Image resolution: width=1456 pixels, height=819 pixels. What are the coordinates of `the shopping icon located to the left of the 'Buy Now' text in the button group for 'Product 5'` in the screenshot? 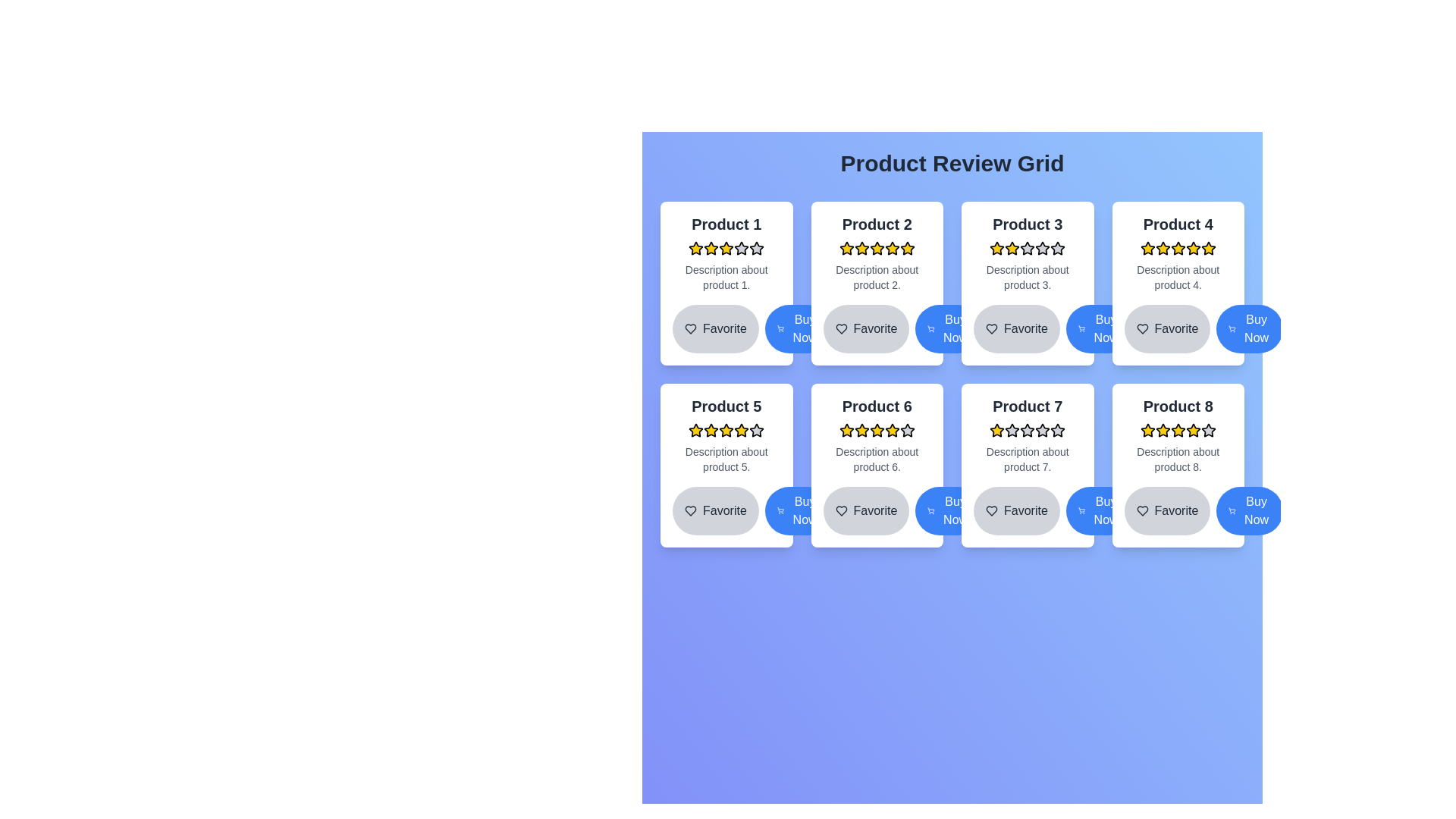 It's located at (780, 511).